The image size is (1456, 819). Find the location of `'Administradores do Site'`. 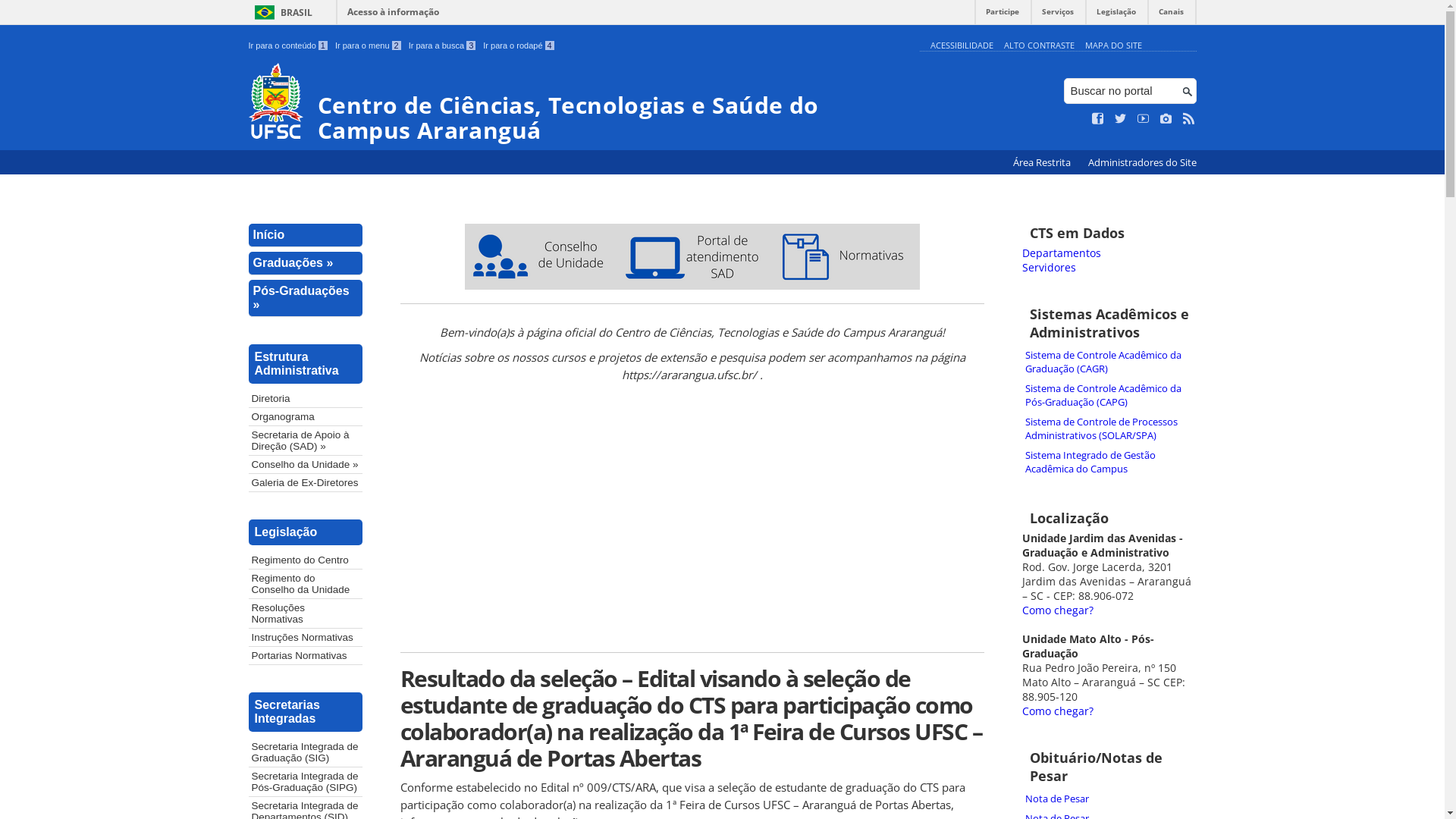

'Administradores do Site' is located at coordinates (1141, 162).